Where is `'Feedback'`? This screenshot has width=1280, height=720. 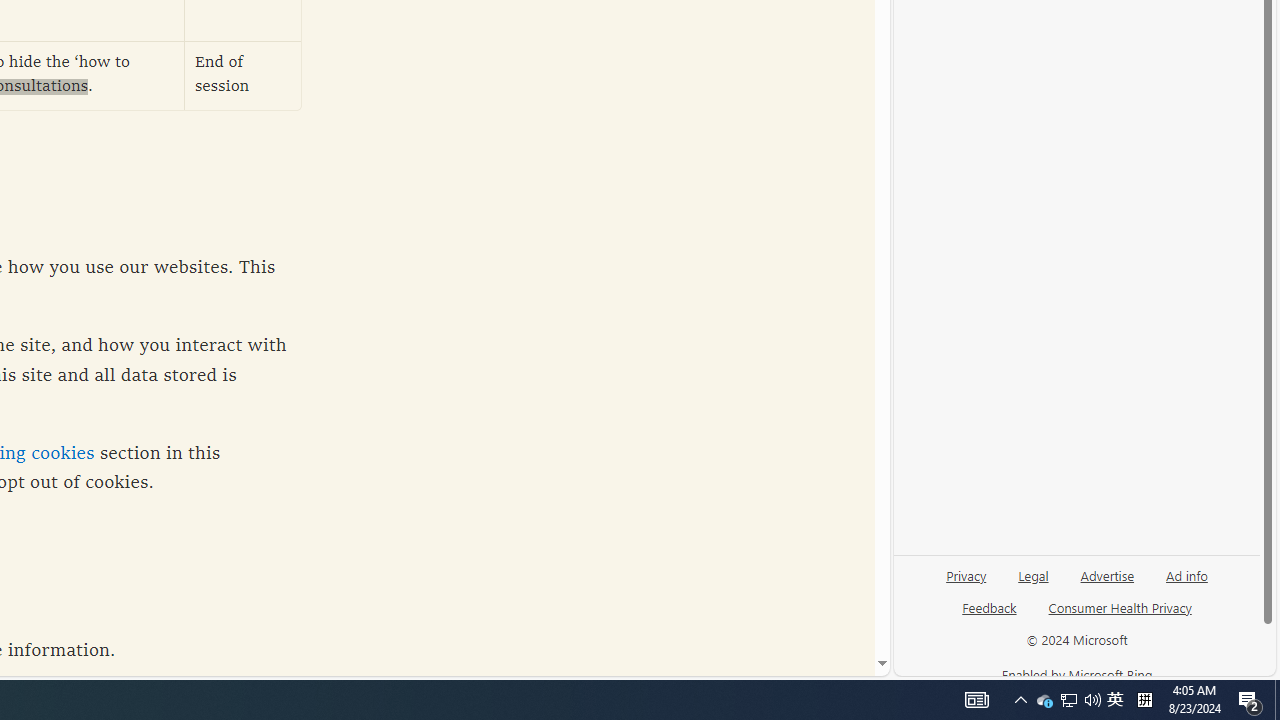 'Feedback' is located at coordinates (989, 614).